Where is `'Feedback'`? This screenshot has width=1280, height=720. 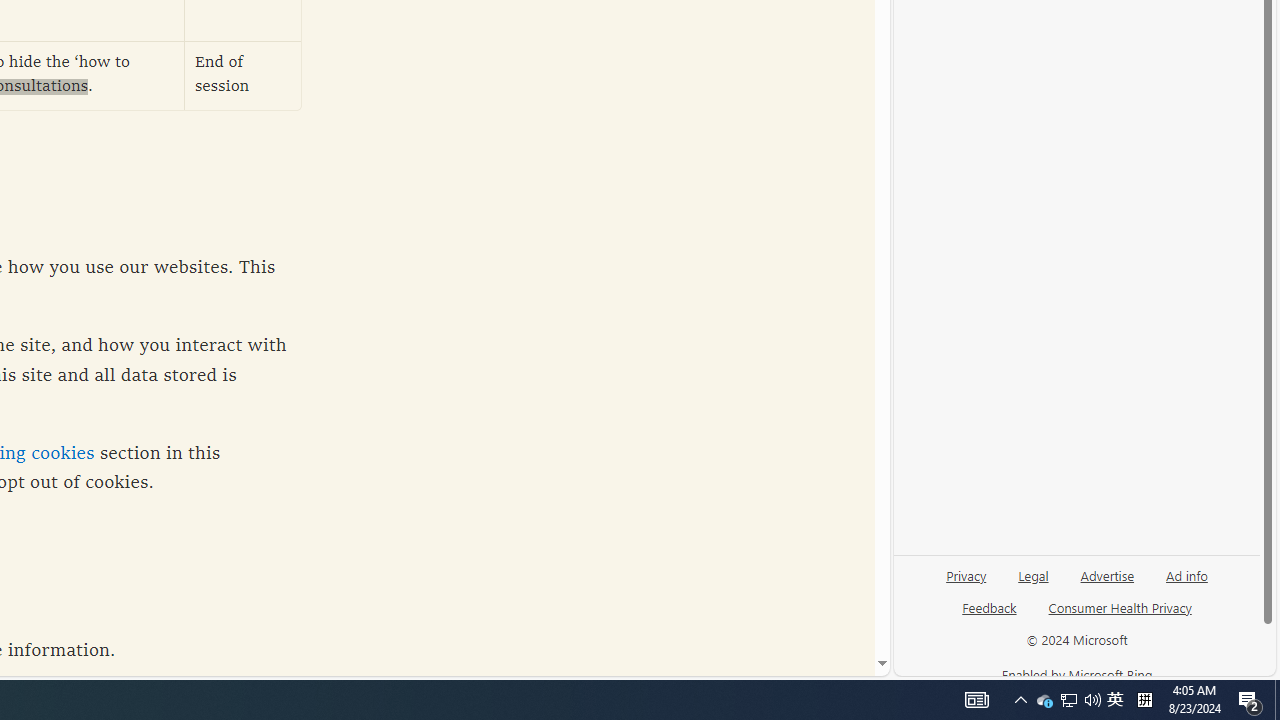 'Feedback' is located at coordinates (989, 614).